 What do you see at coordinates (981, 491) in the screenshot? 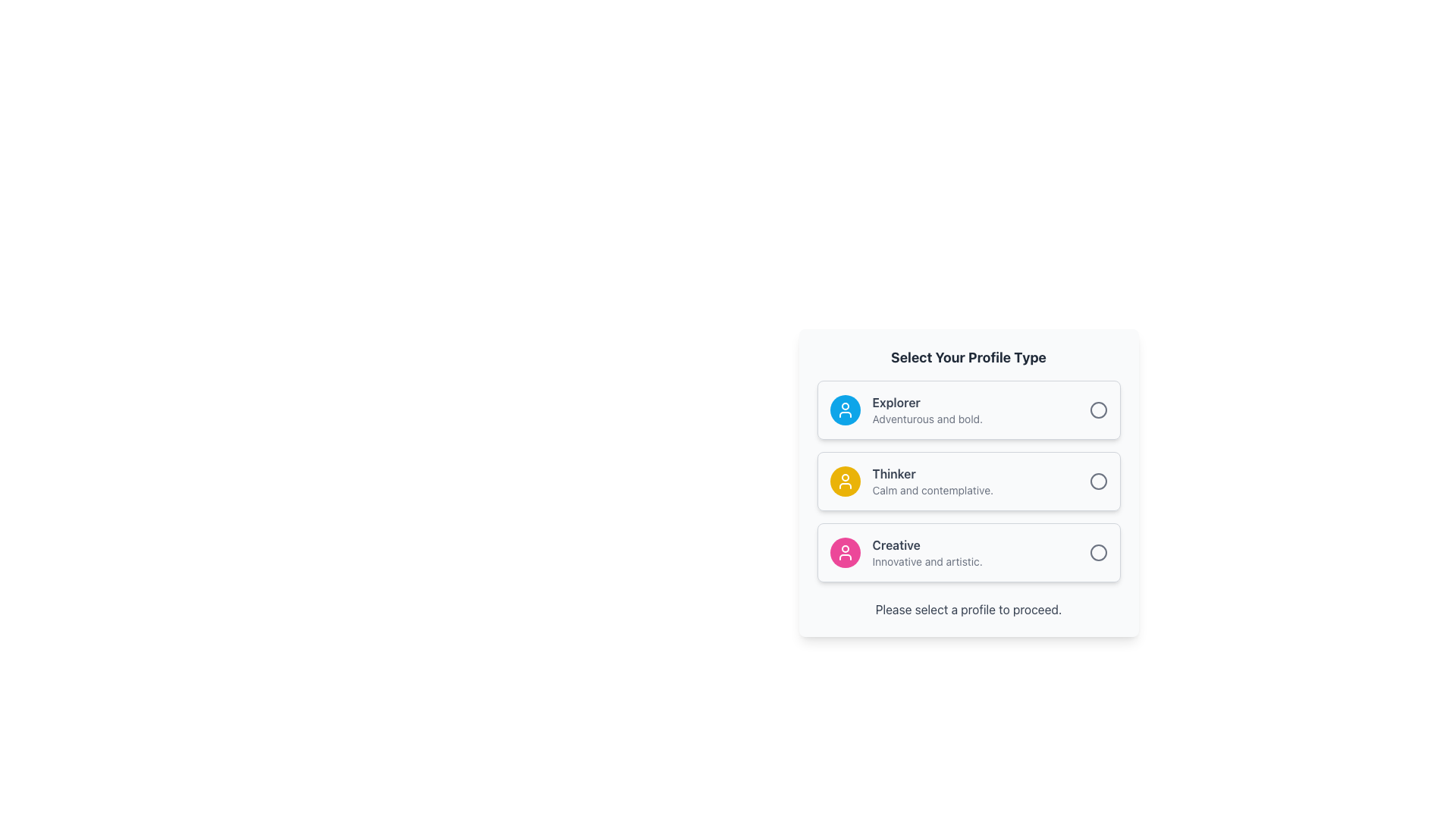
I see `the static text label that reads 'Calm and contemplative', located below the 'Thinker' title in the profile types section` at bounding box center [981, 491].